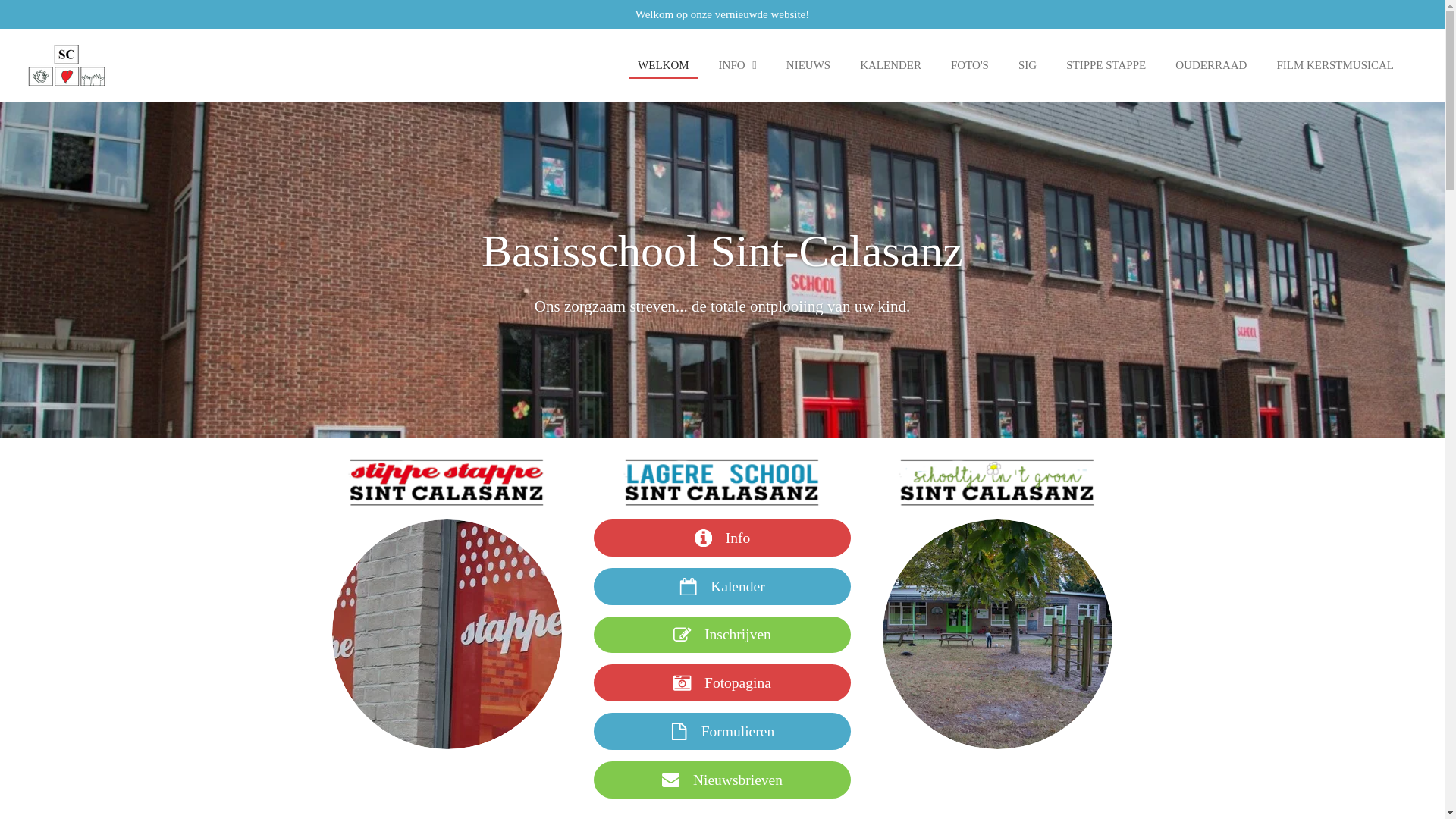 This screenshot has width=1456, height=819. Describe the element at coordinates (721, 730) in the screenshot. I see `'Formulieren'` at that location.